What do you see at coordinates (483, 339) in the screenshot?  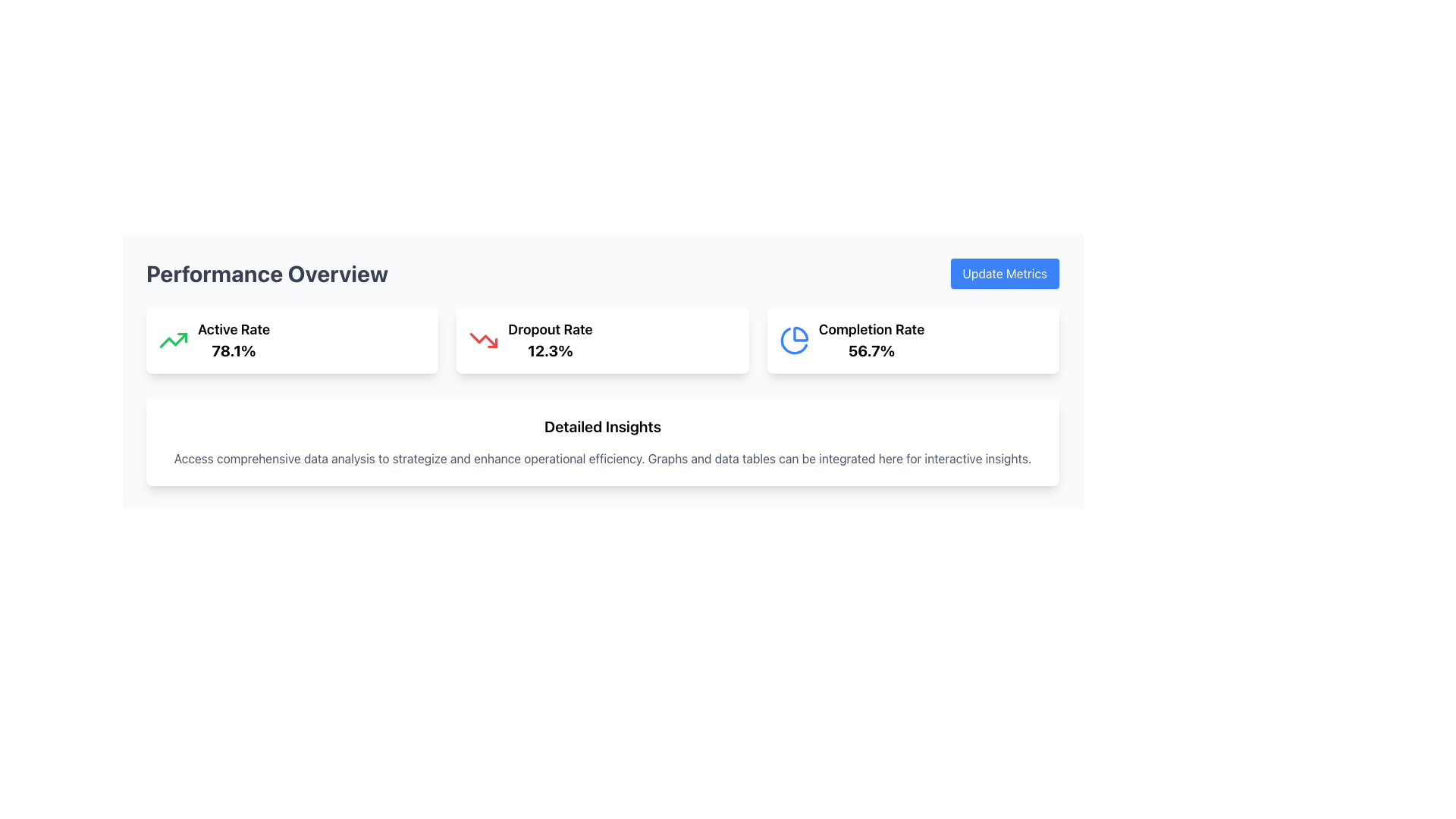 I see `red zigzag line icon representing the downward trend in the 'Dropout Rate' card, located in the middle of the SVG graphic under the 'Performance Overview' heading` at bounding box center [483, 339].